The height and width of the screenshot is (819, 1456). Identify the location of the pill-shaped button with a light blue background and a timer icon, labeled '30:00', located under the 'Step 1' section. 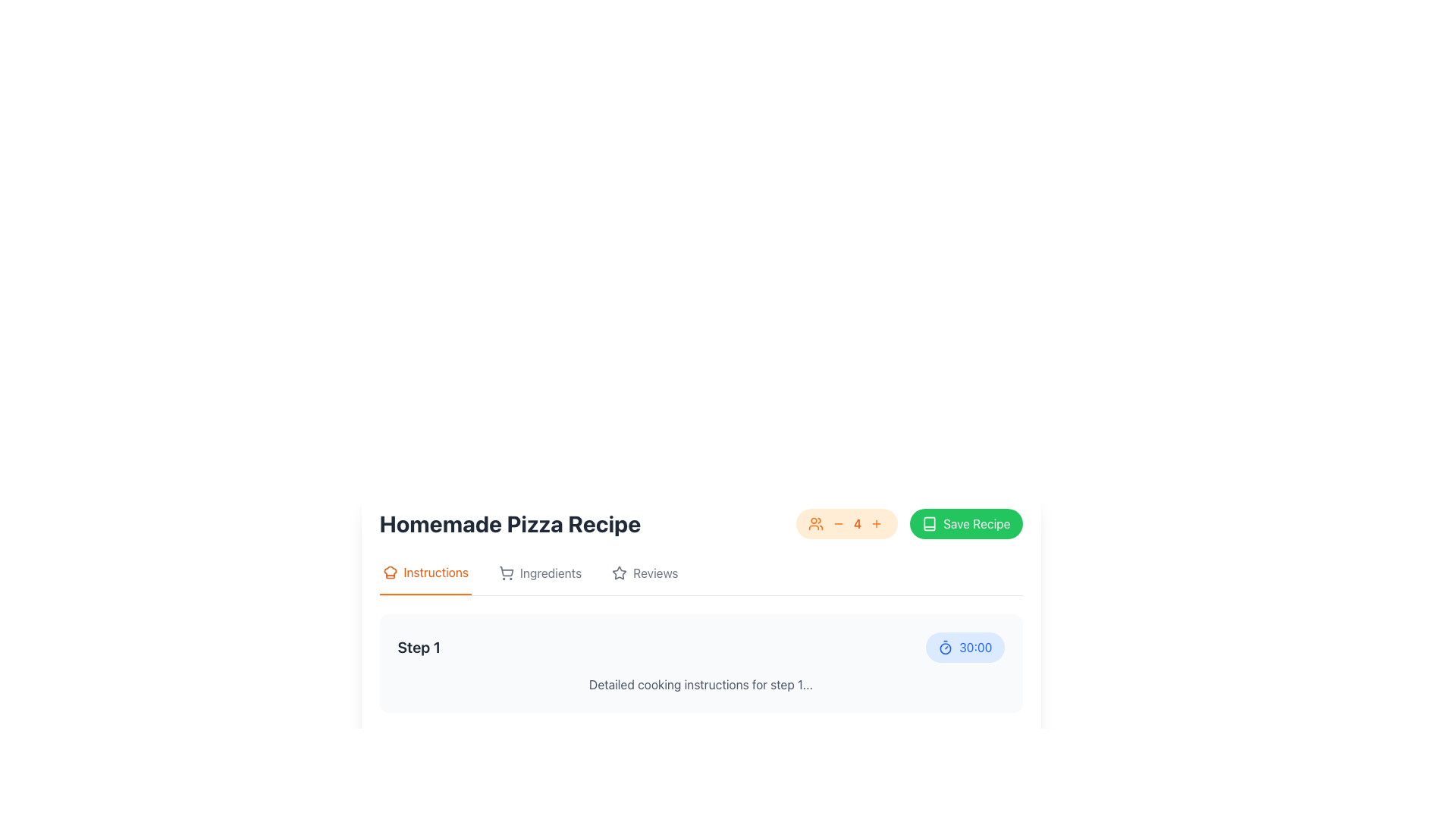
(964, 647).